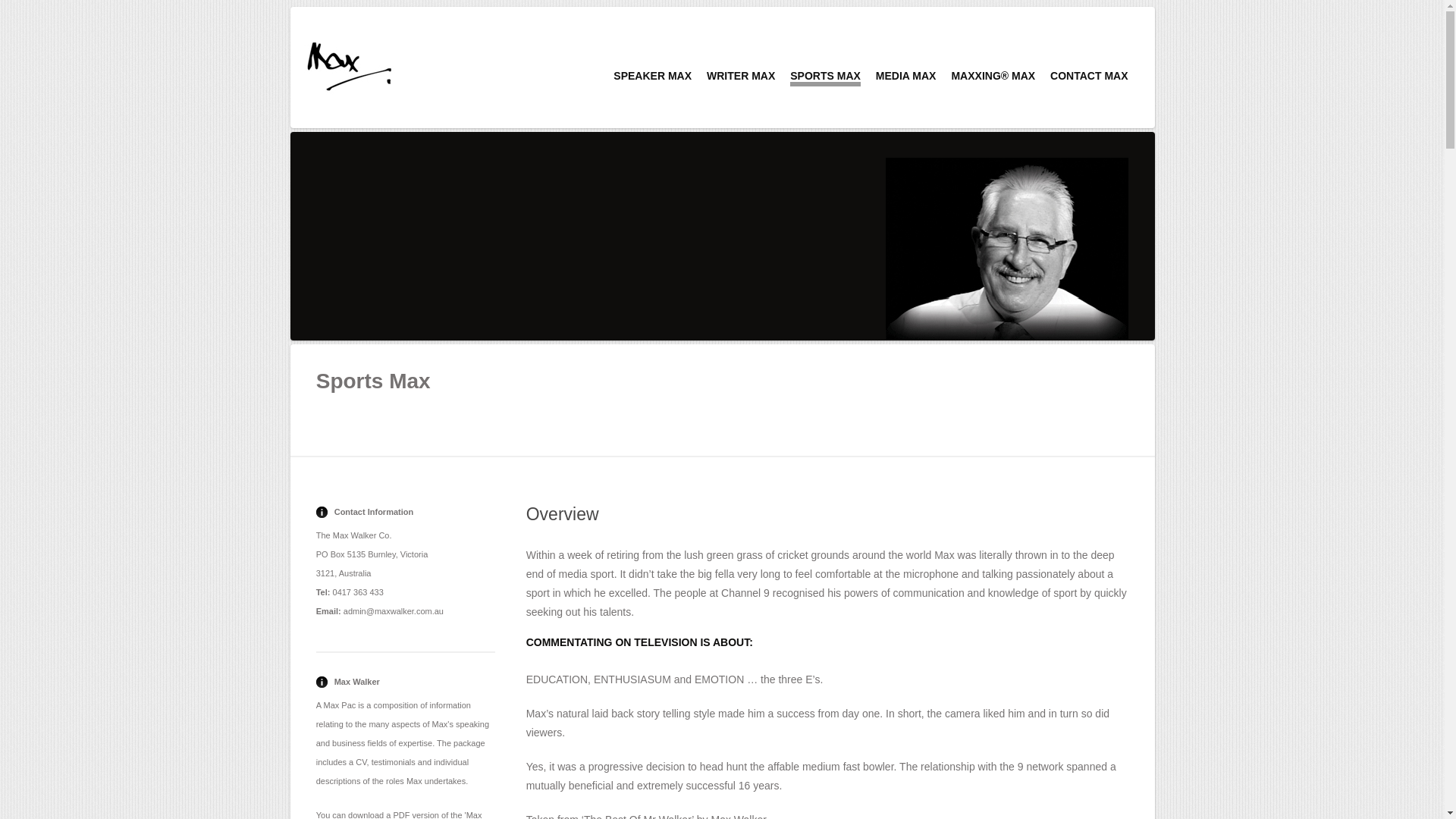  What do you see at coordinates (741, 76) in the screenshot?
I see `'WRITER MAX'` at bounding box center [741, 76].